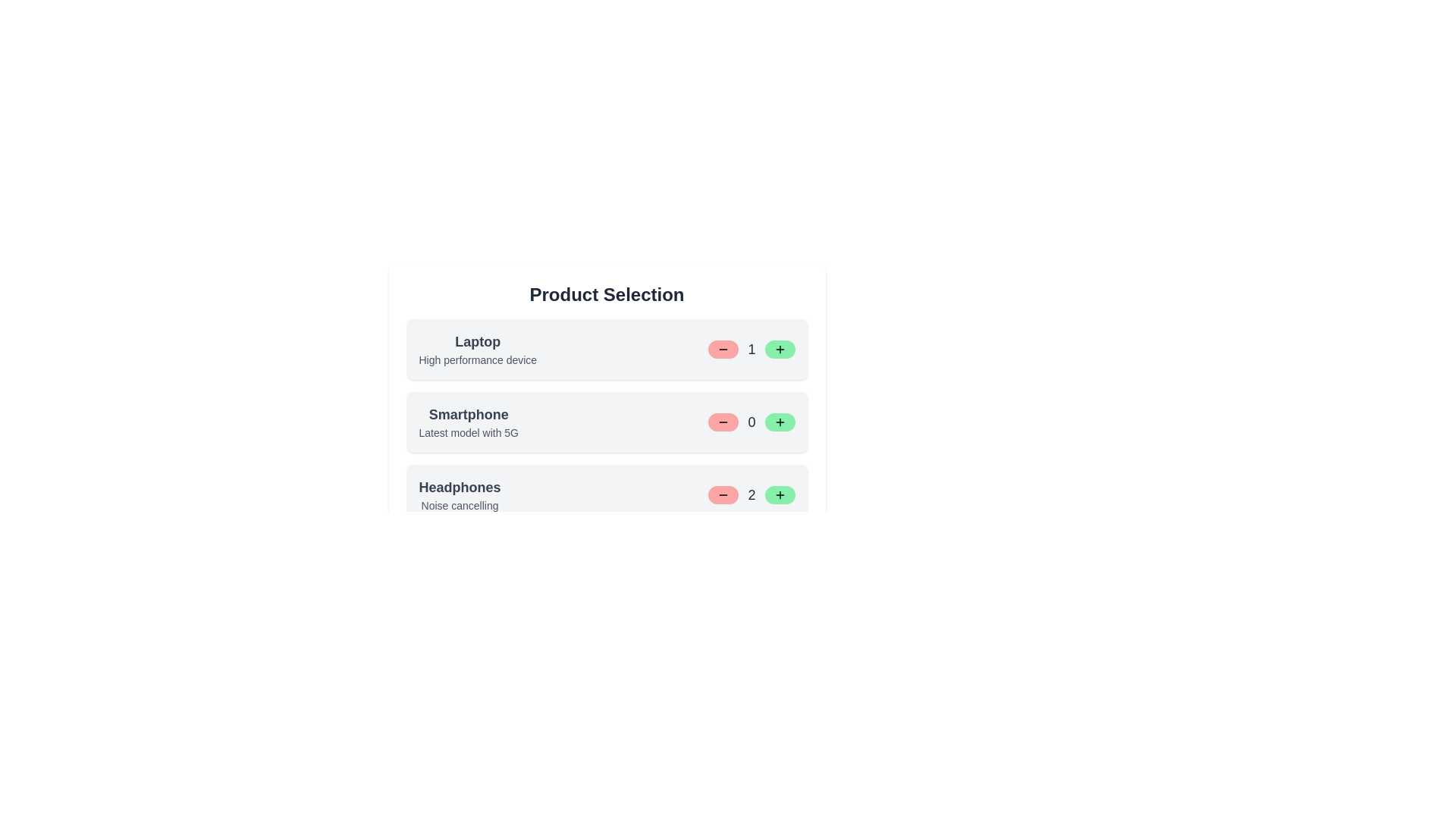 The width and height of the screenshot is (1456, 819). I want to click on minus button for the product identified by Laptop, so click(723, 350).